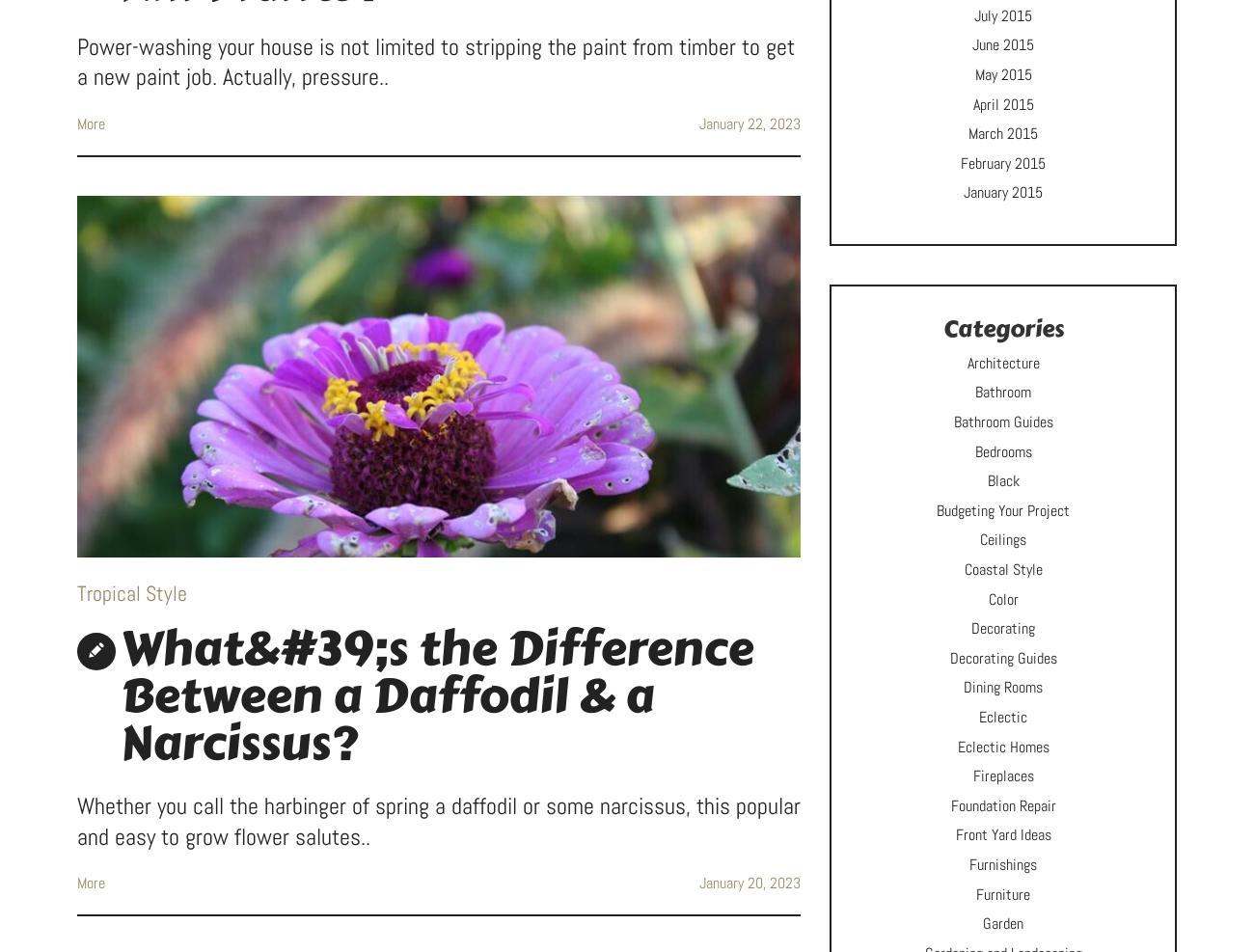 The image size is (1254, 952). What do you see at coordinates (437, 819) in the screenshot?
I see `'Whether you call the harbinger of spring a daffodil or some narcissus, this popular and easy to grow flower salutes..'` at bounding box center [437, 819].